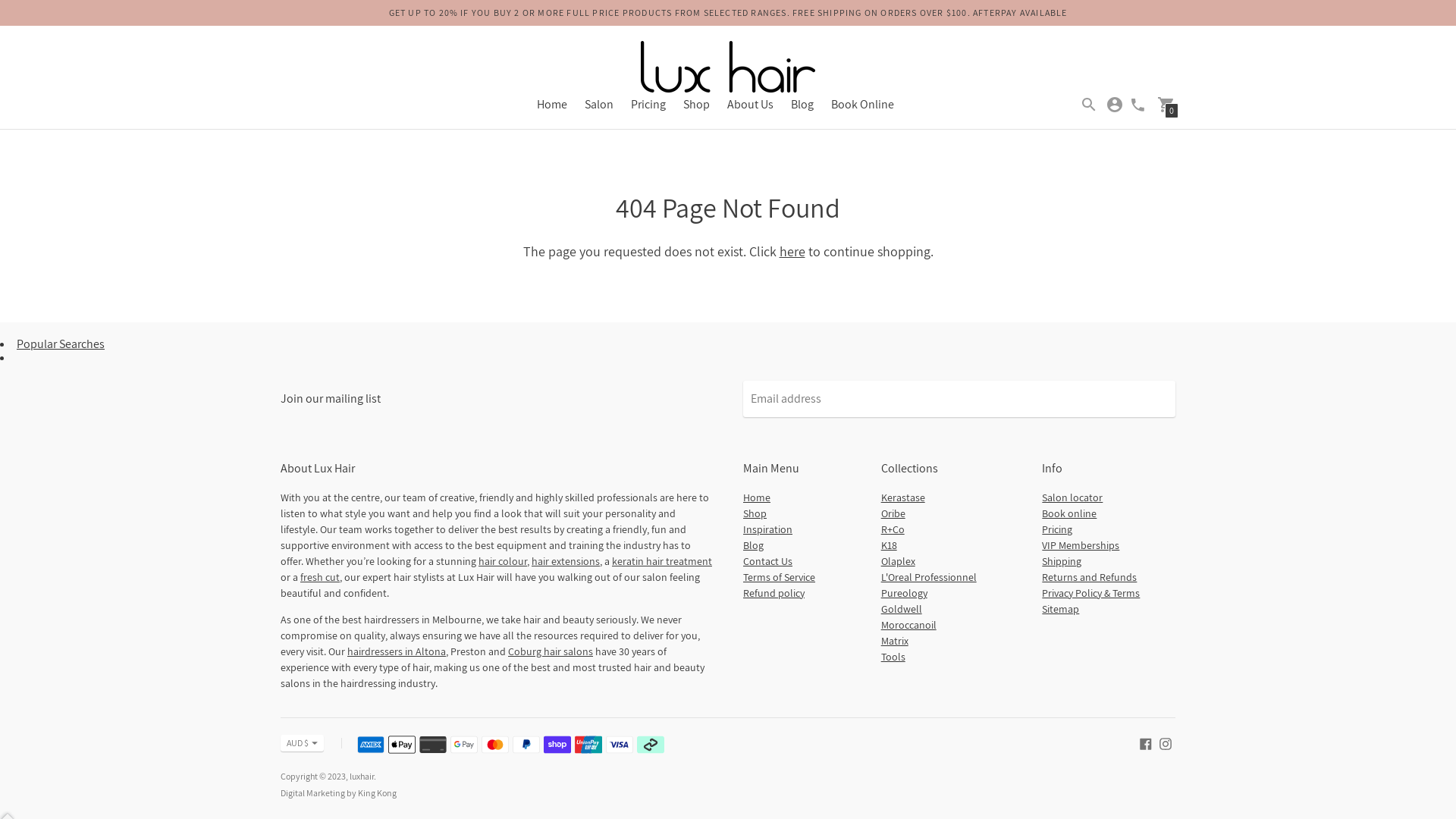 This screenshot has width=1456, height=819. I want to click on 'hair extensions', so click(564, 561).